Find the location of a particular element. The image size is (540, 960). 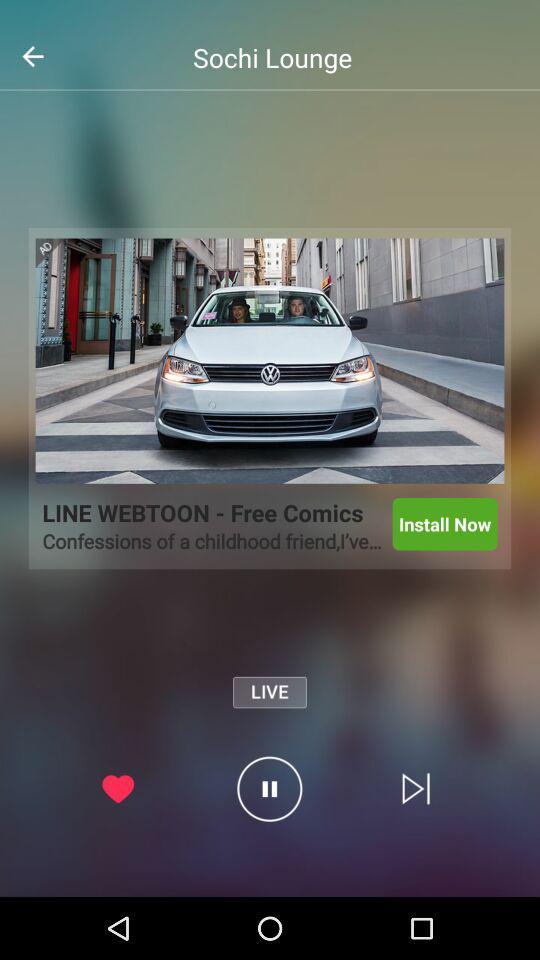

the arrow_backward icon is located at coordinates (31, 55).